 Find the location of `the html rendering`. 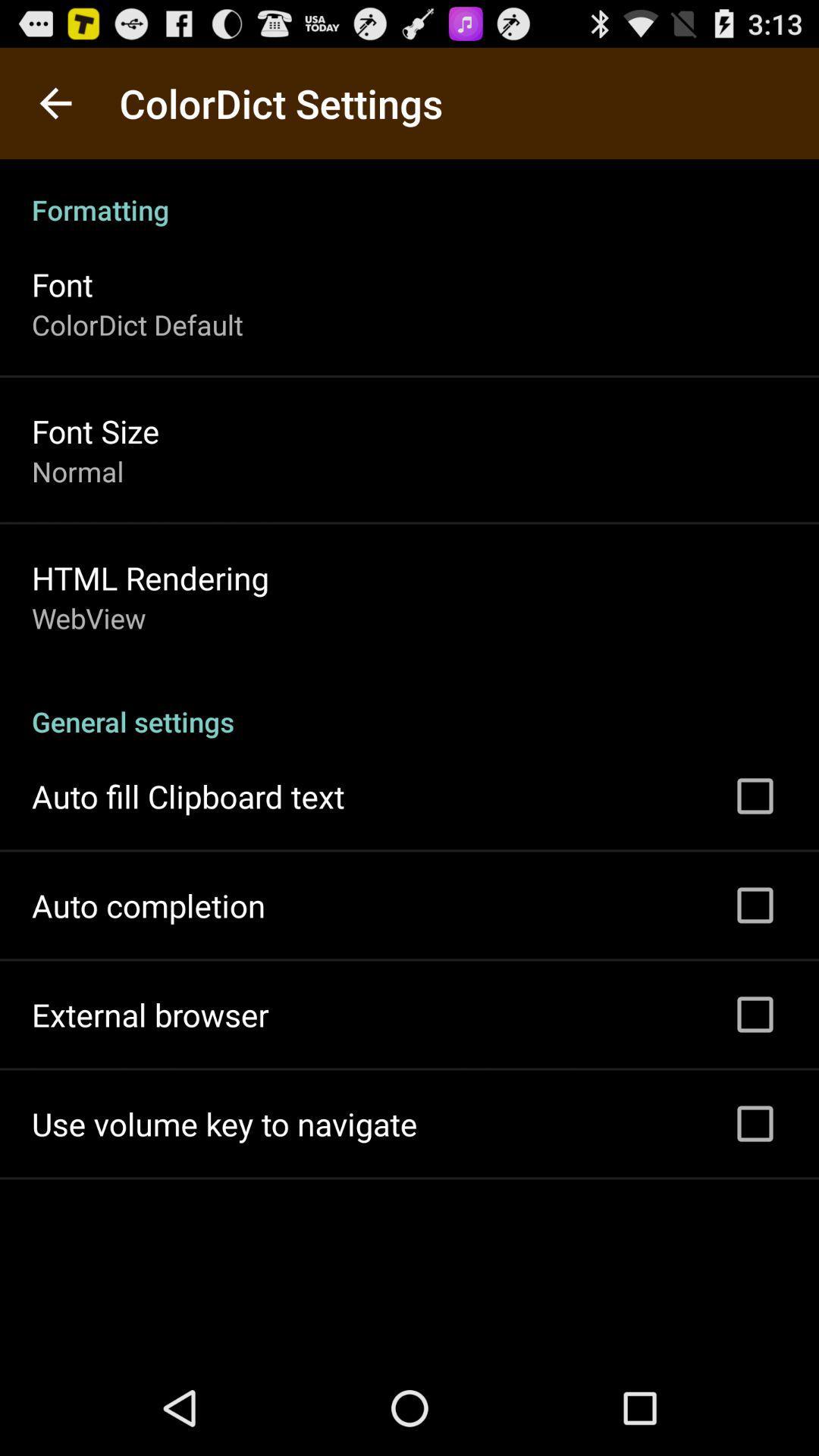

the html rendering is located at coordinates (150, 577).